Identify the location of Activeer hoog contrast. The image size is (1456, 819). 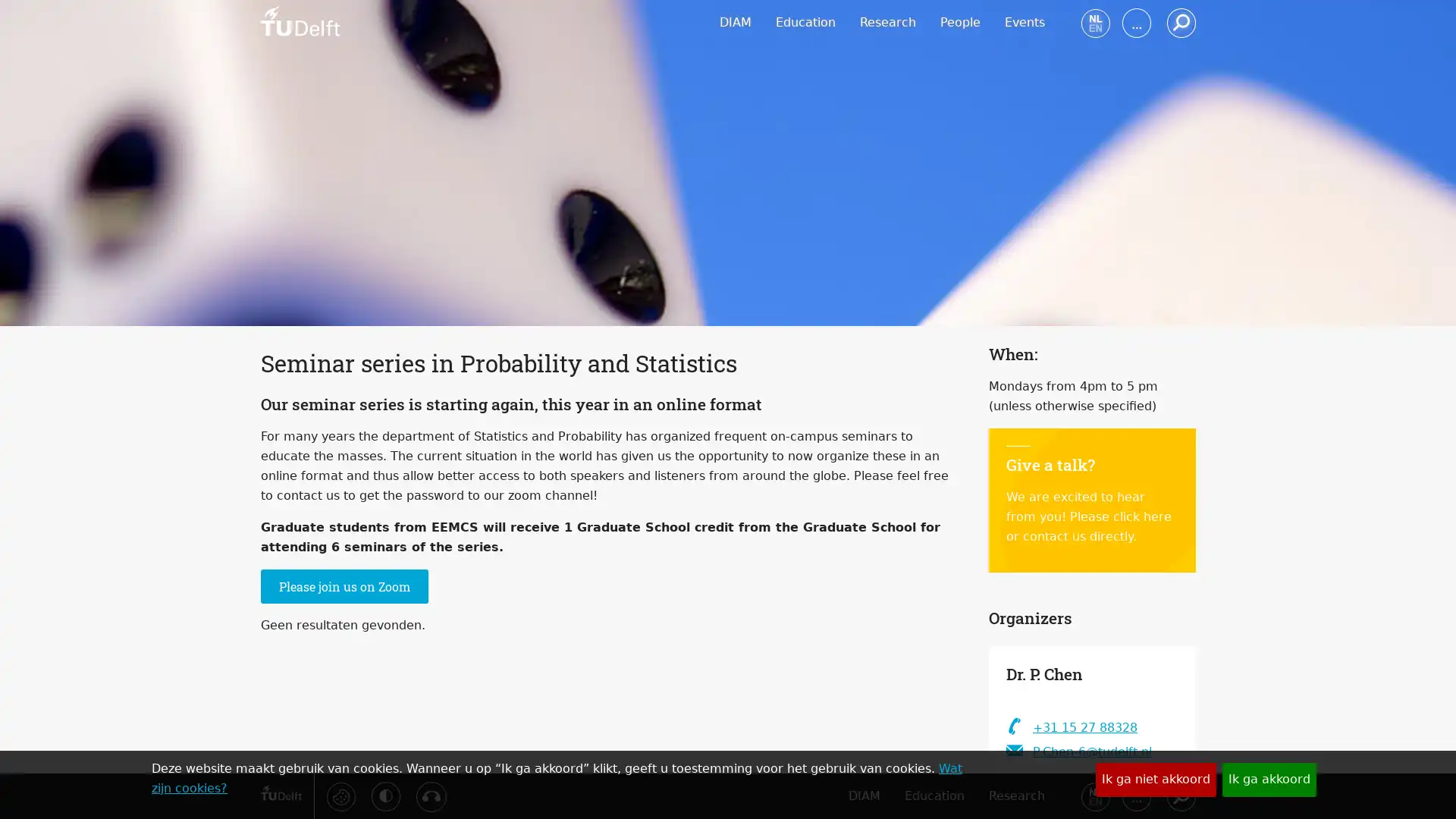
(385, 795).